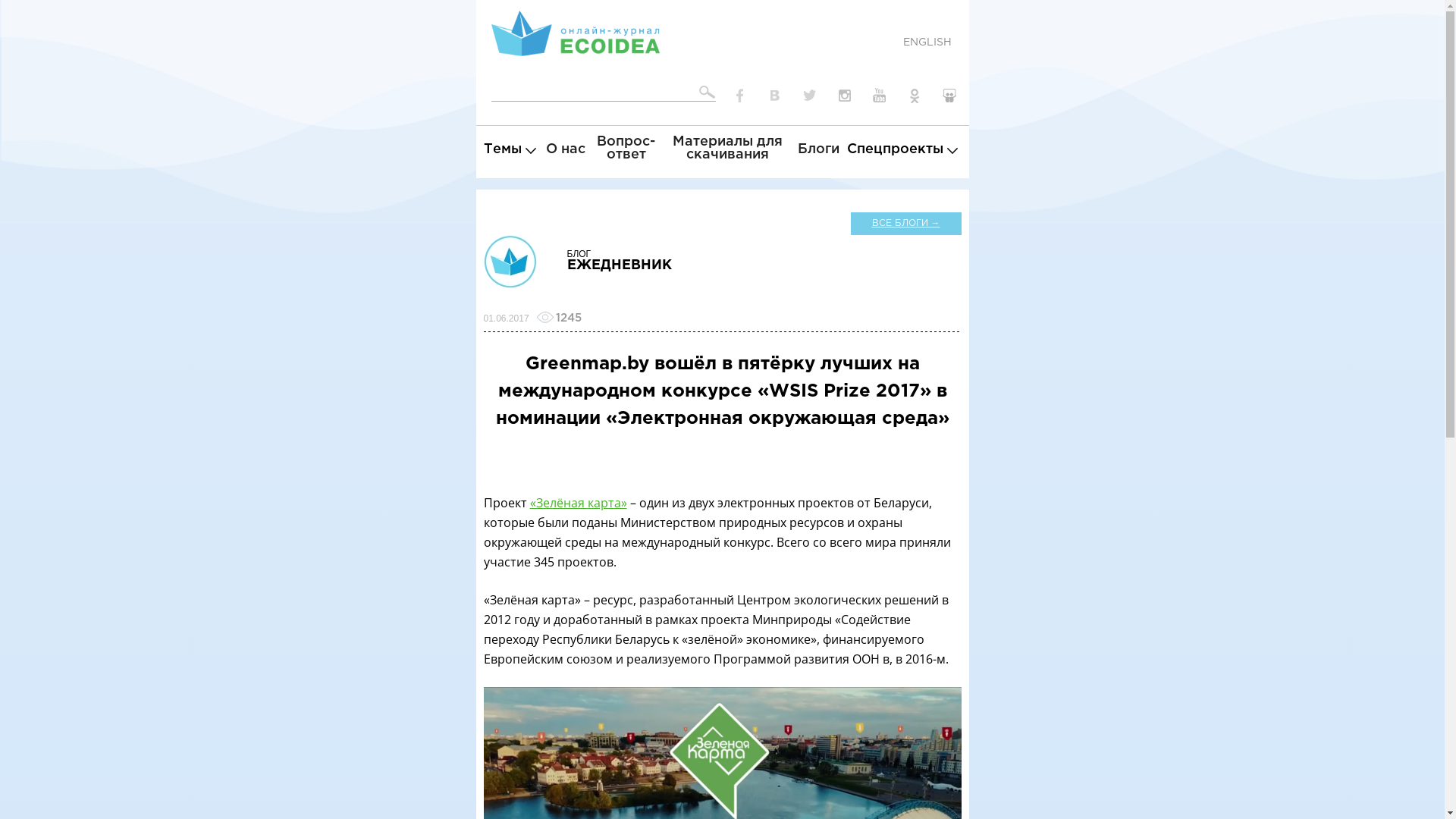 Image resolution: width=1456 pixels, height=819 pixels. I want to click on 'VK', so click(775, 96).